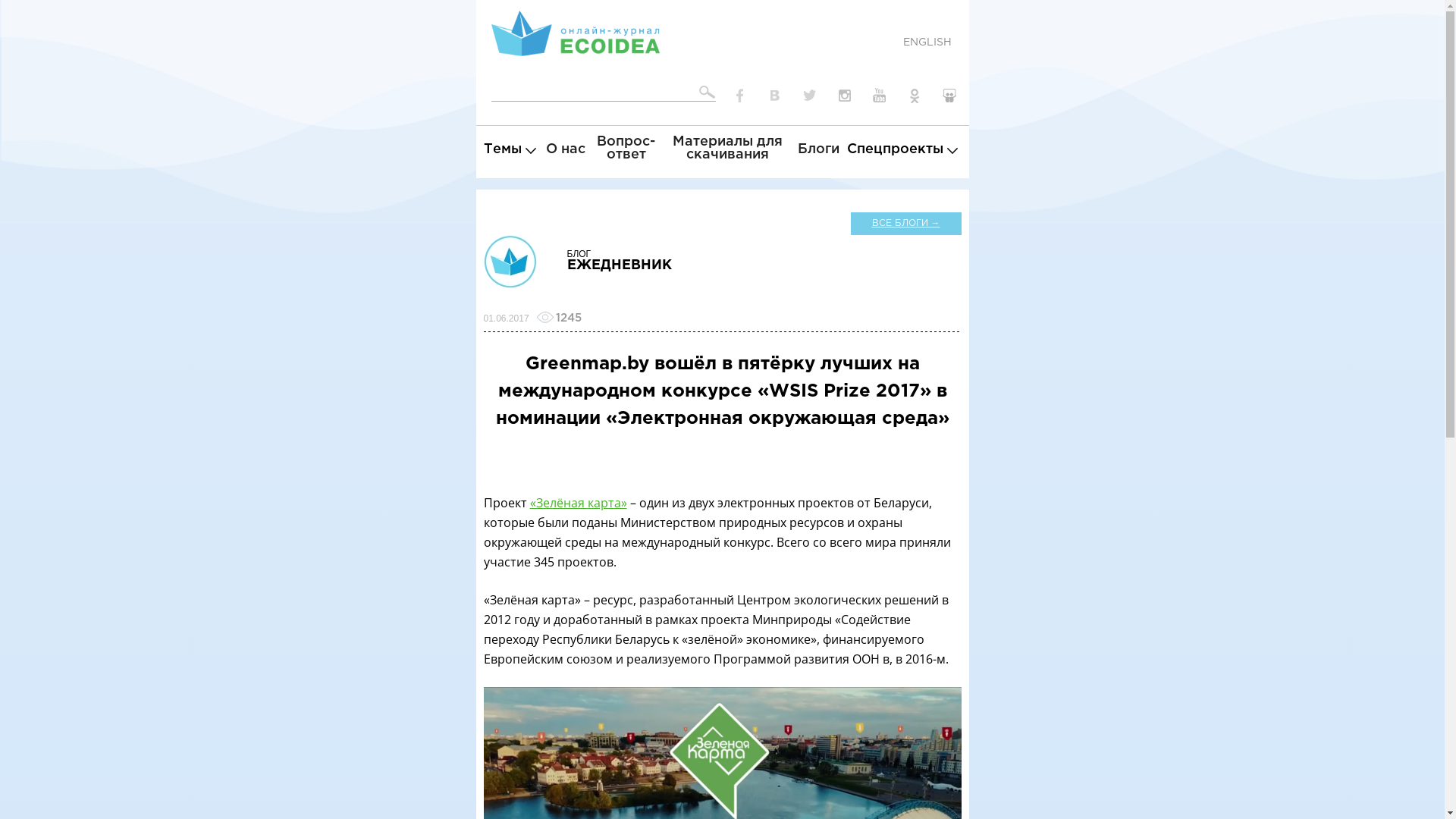 Image resolution: width=1456 pixels, height=819 pixels. I want to click on 'VK', so click(775, 96).